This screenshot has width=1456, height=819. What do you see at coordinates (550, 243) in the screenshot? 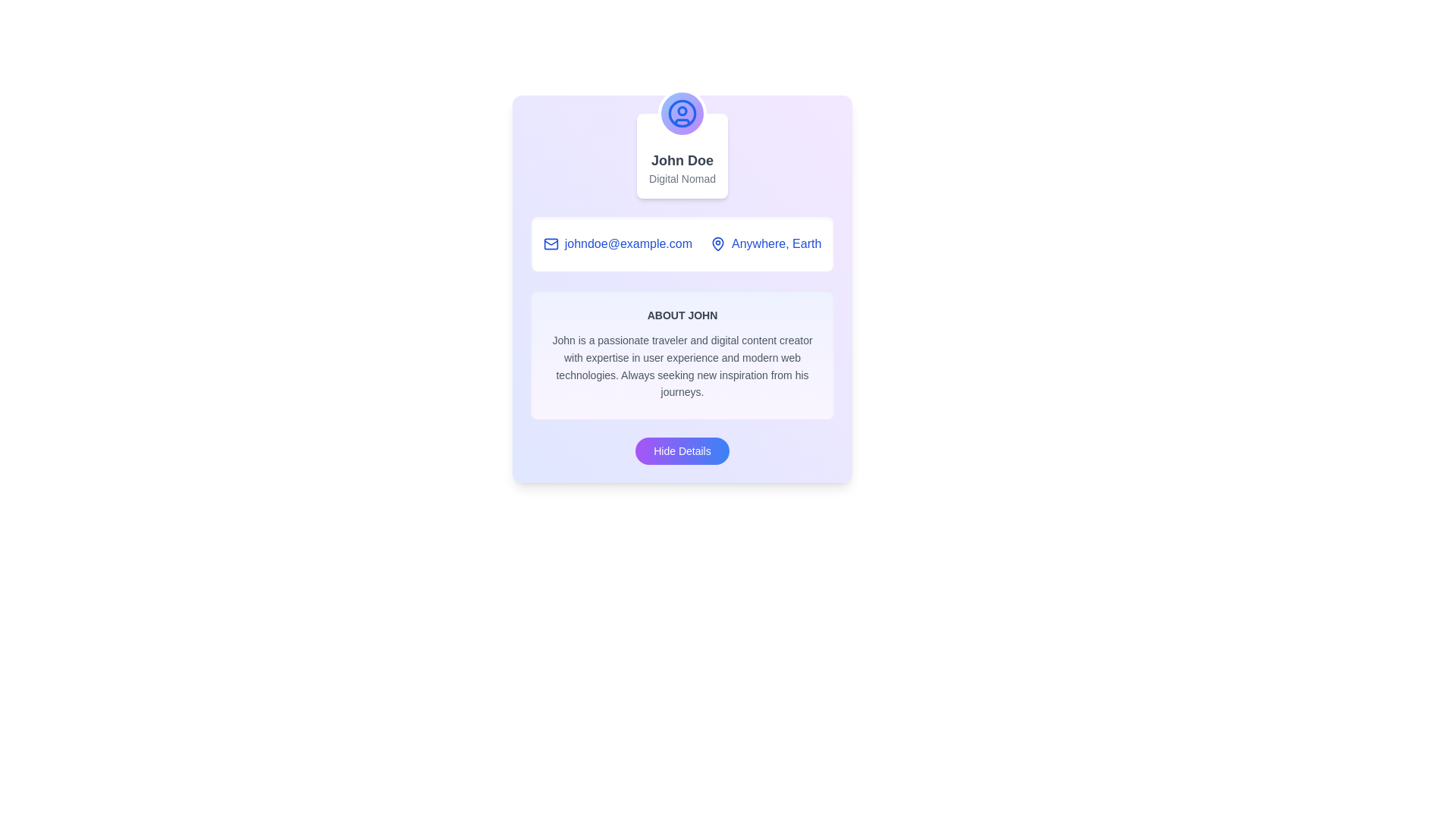
I see `the representation of the email icon by clicking on the Envelope Base icon component, which visually signifies an email address in the user profile interface` at bounding box center [550, 243].